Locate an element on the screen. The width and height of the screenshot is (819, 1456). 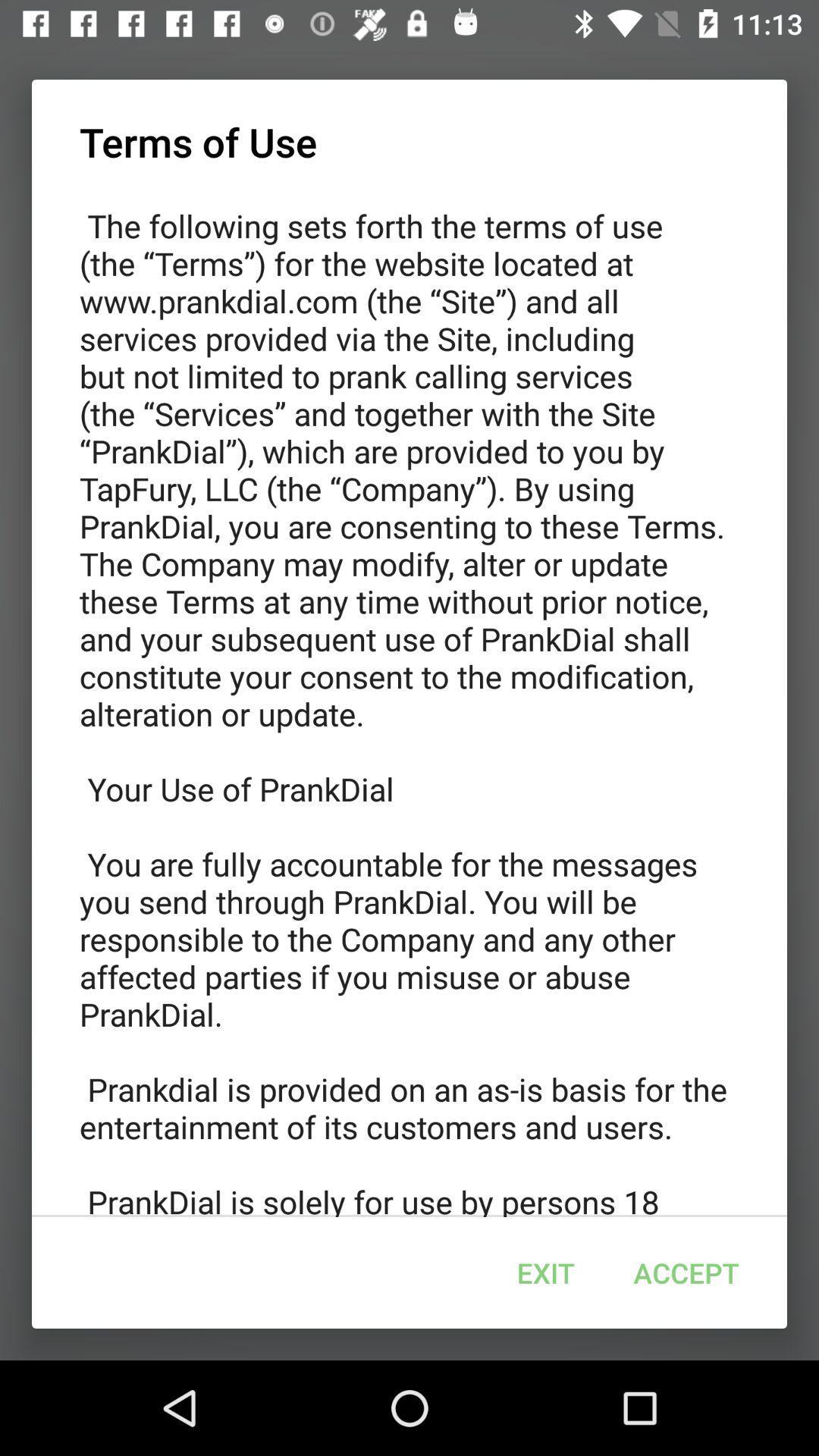
accept item is located at coordinates (686, 1272).